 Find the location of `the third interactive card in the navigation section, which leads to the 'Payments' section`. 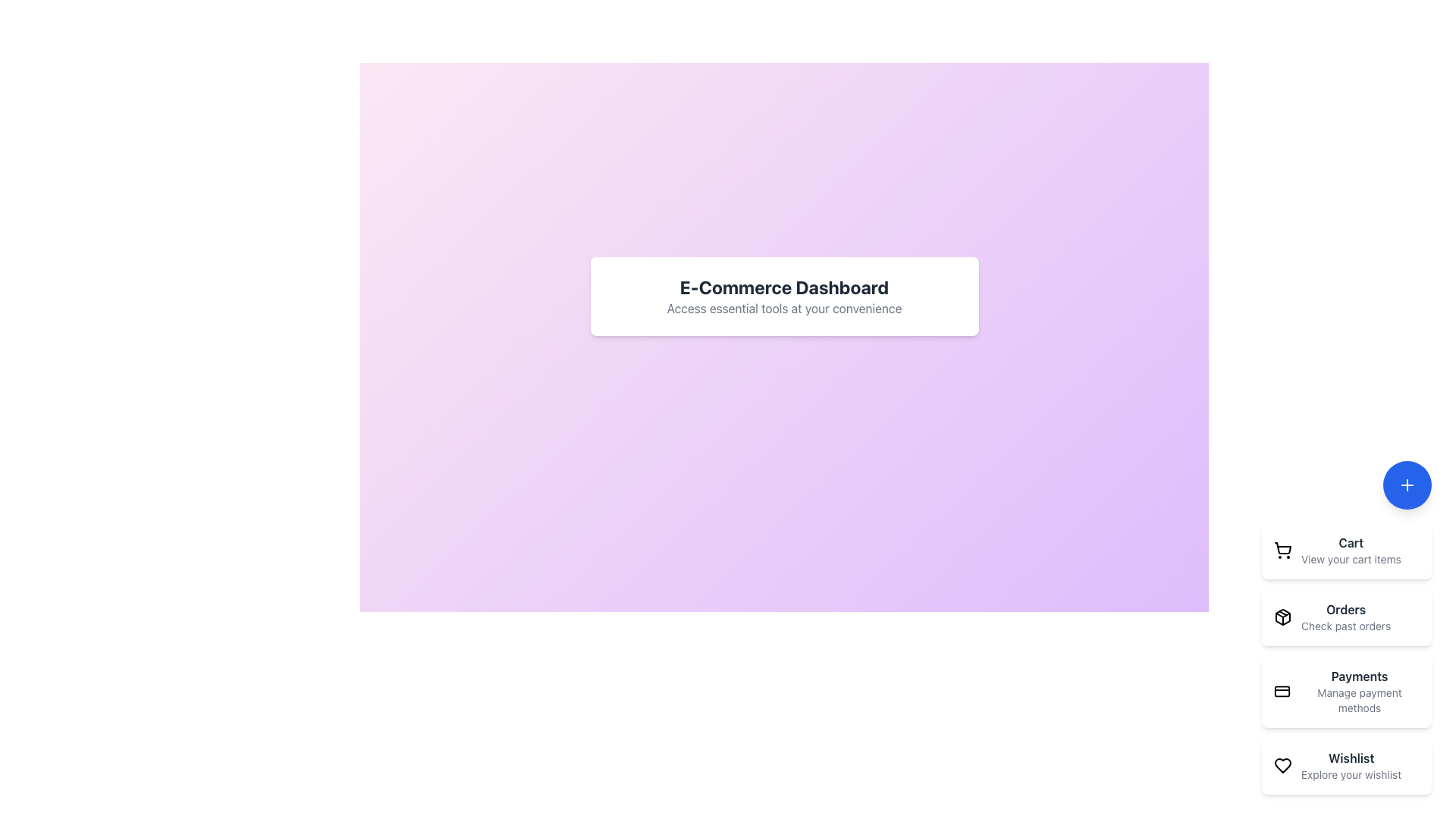

the third interactive card in the navigation section, which leads to the 'Payments' section is located at coordinates (1347, 657).